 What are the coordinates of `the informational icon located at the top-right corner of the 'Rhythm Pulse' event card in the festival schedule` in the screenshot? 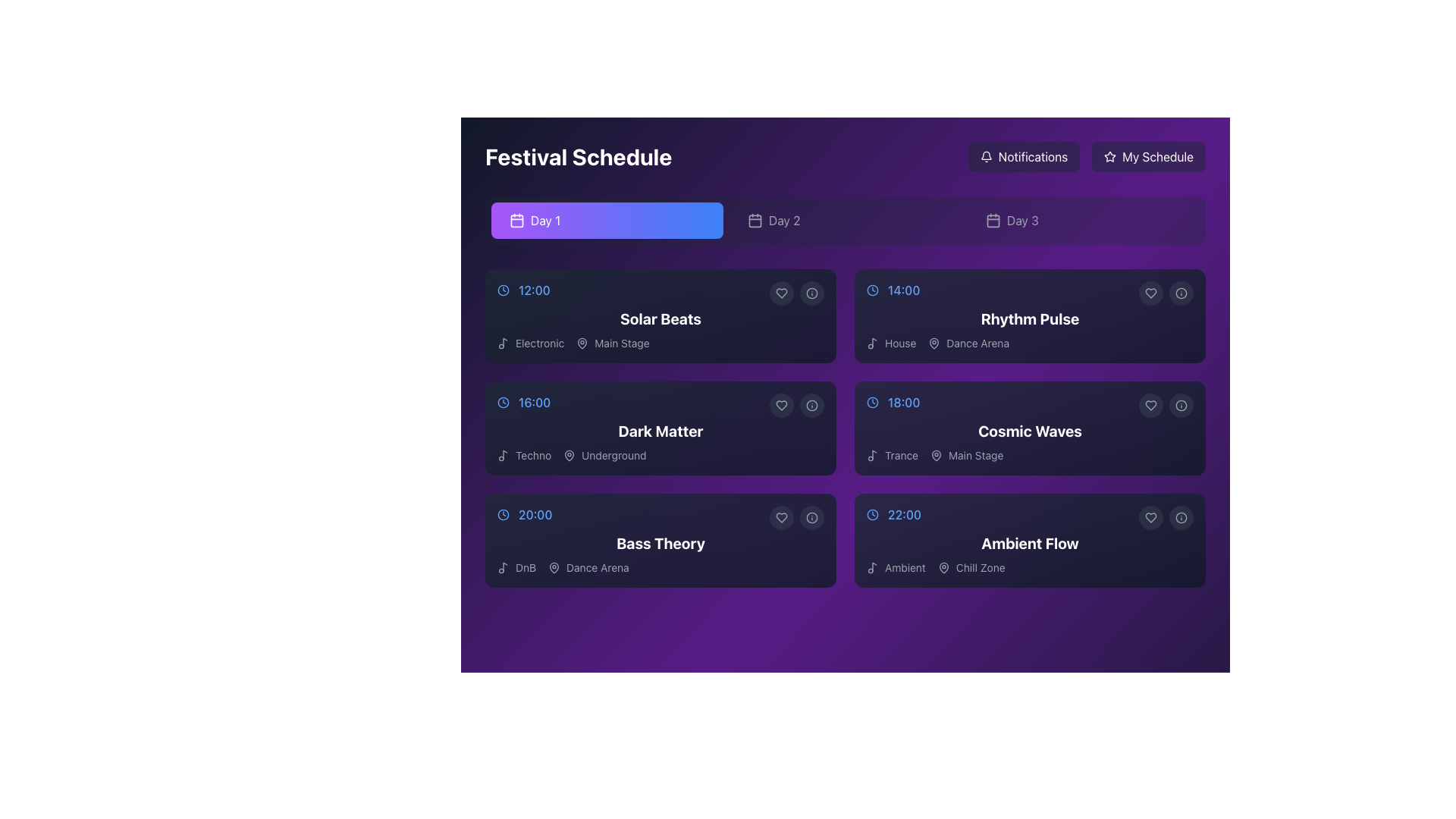 It's located at (1181, 293).